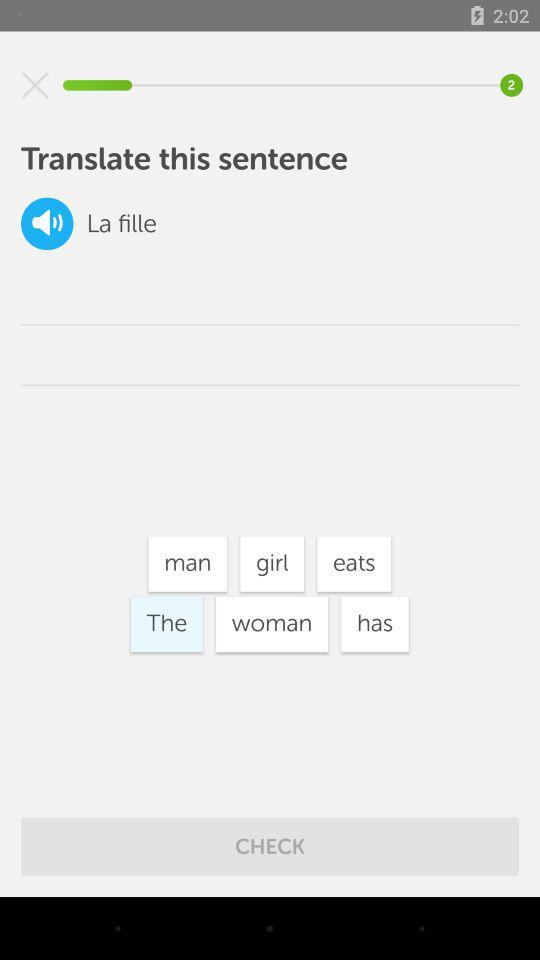 This screenshot has height=960, width=540. I want to click on item to the left of has item, so click(271, 623).